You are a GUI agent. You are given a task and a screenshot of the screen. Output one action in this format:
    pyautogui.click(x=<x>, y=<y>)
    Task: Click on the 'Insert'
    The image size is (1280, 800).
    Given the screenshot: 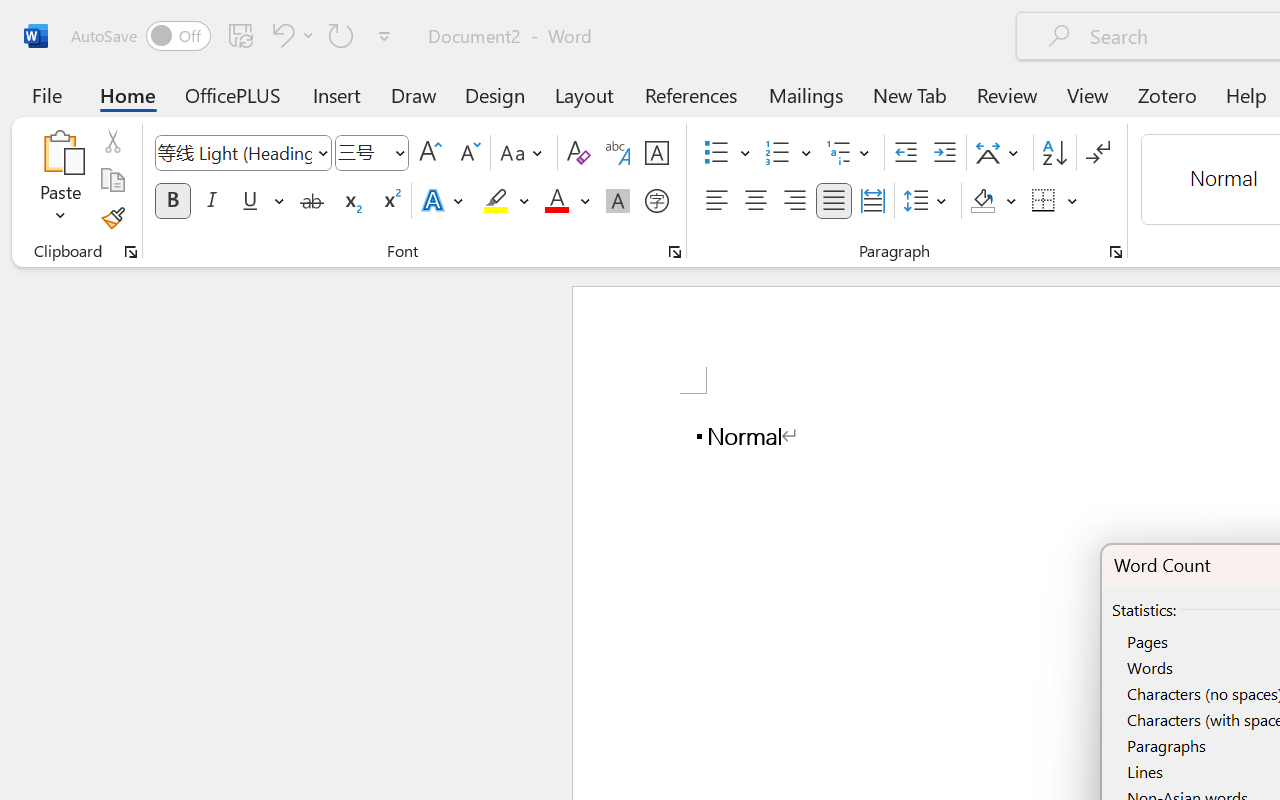 What is the action you would take?
    pyautogui.click(x=337, y=94)
    